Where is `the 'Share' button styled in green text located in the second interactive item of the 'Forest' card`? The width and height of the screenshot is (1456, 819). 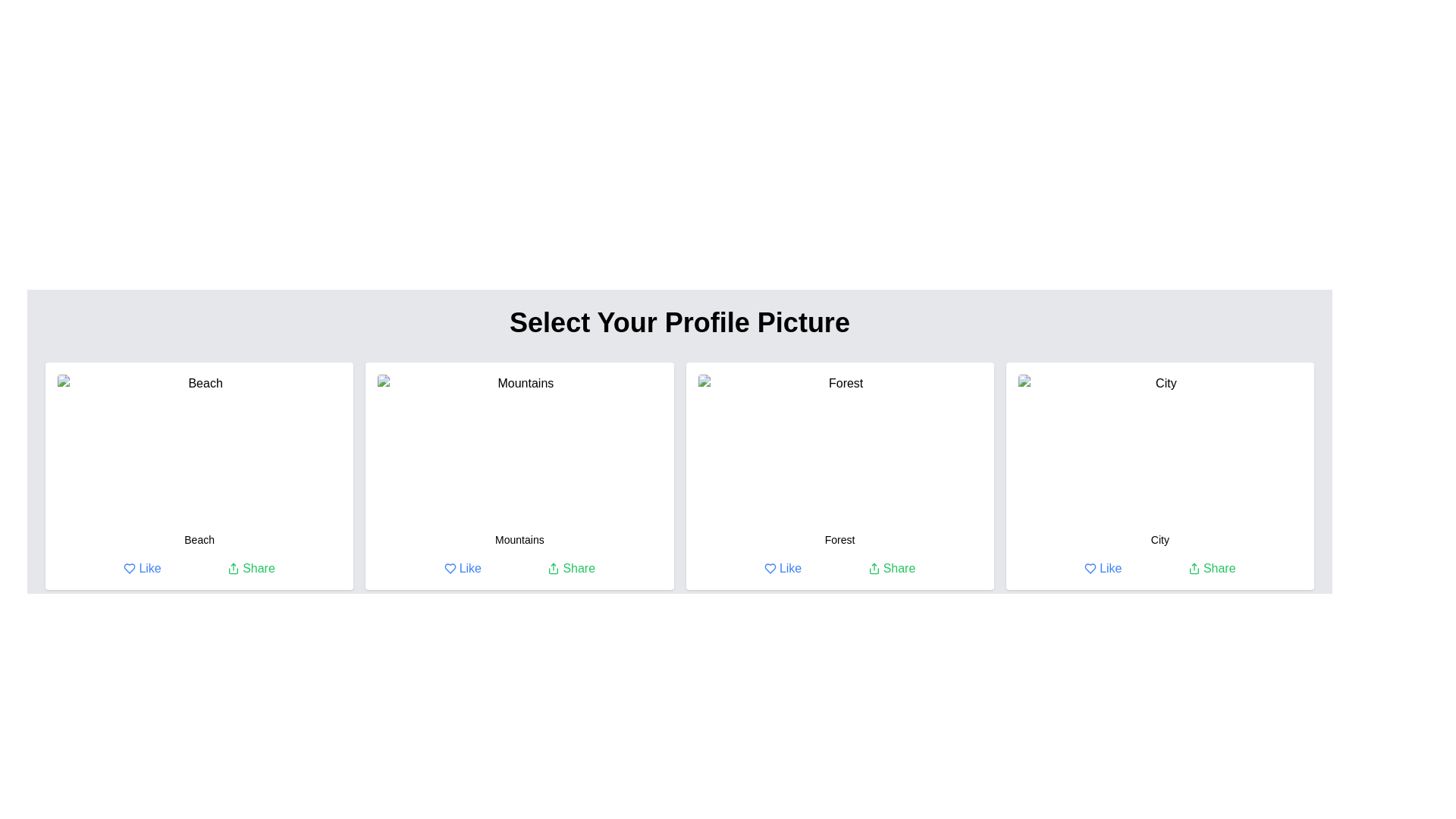 the 'Share' button styled in green text located in the second interactive item of the 'Forest' card is located at coordinates (892, 568).